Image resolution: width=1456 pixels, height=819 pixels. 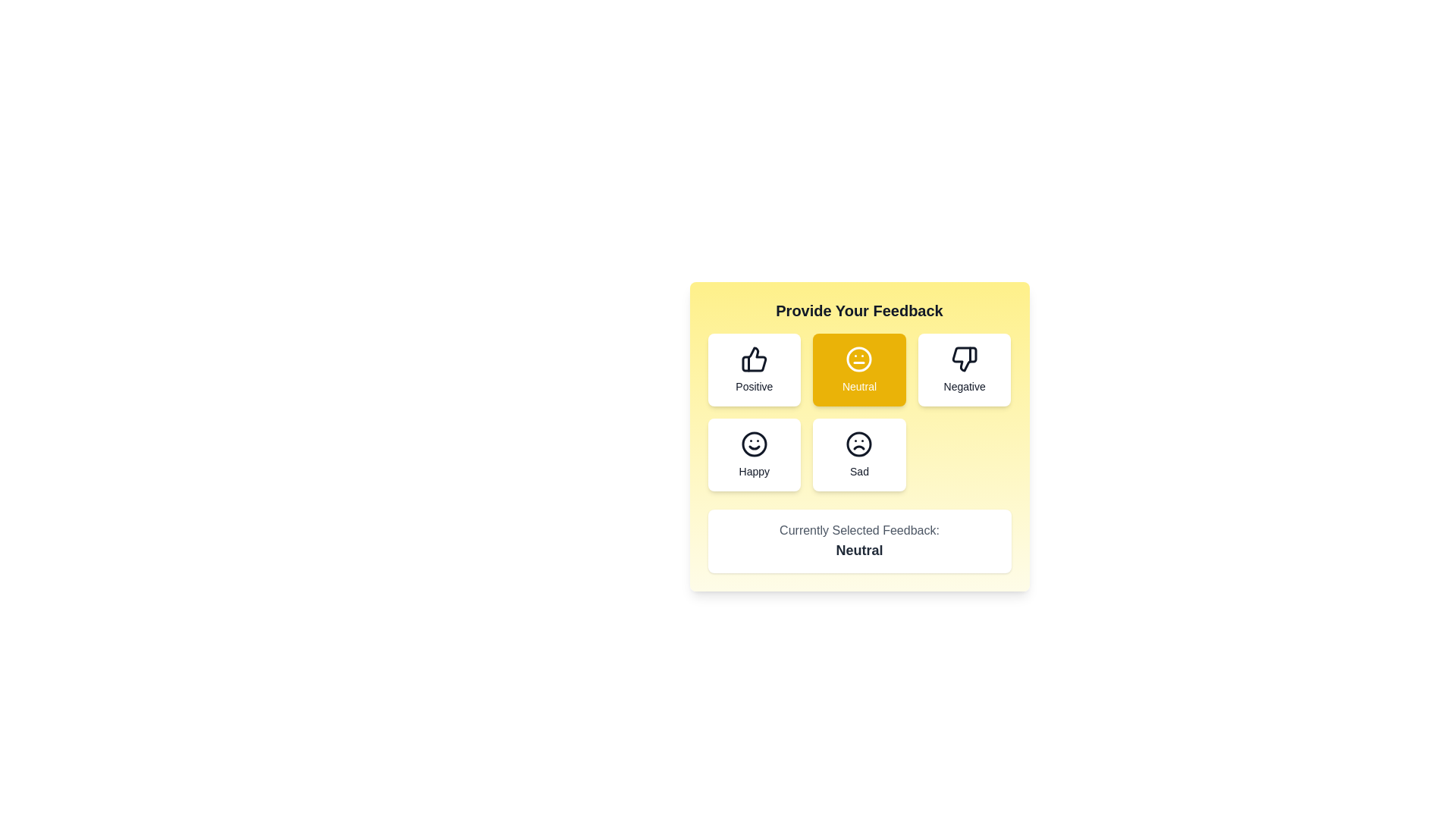 I want to click on the feedback option Negative by clicking on its button, so click(x=964, y=370).